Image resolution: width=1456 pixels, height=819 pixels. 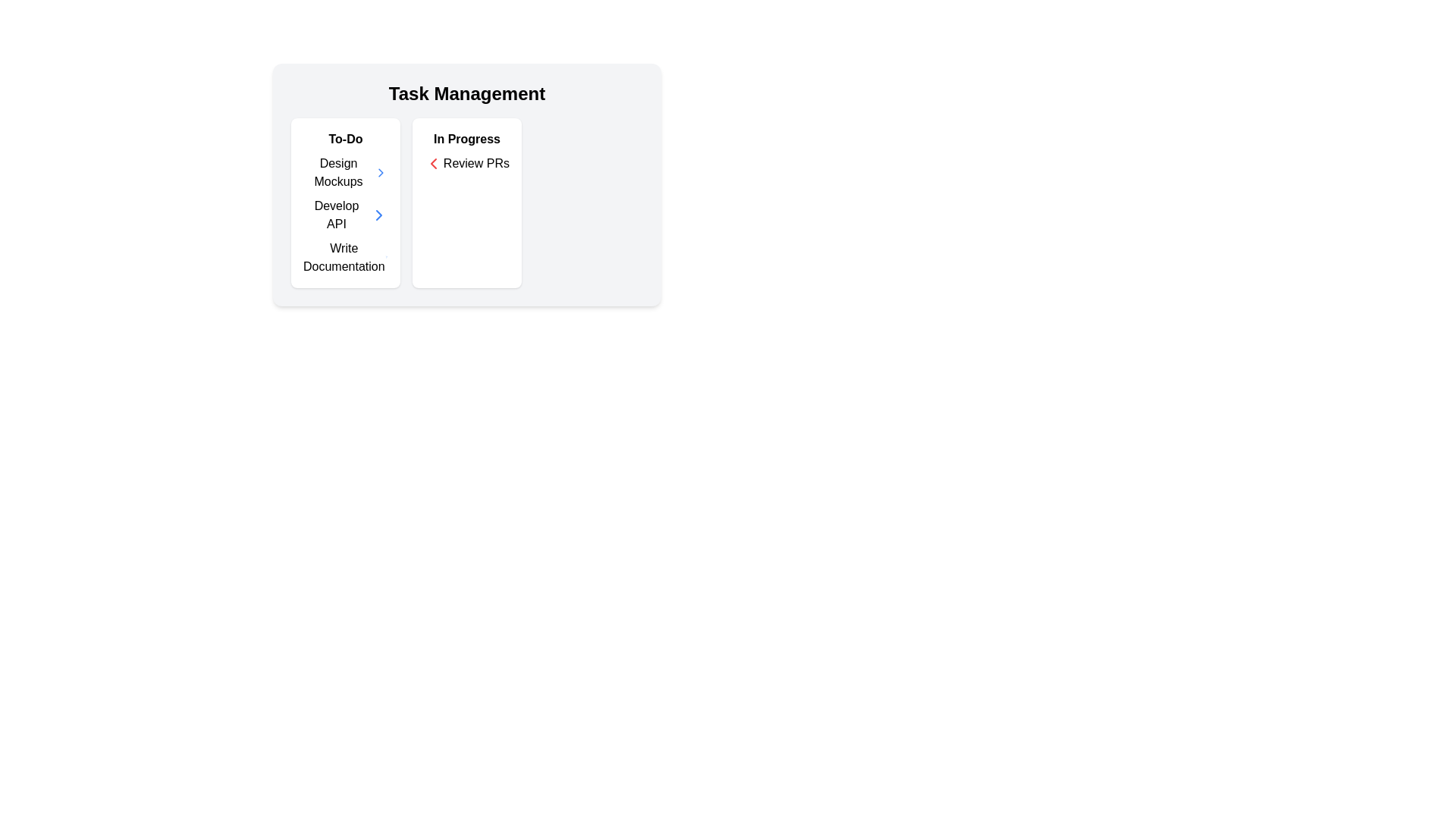 I want to click on the icon located to the far right of the 'Develop API' text in the task management section to change its color, so click(x=378, y=215).